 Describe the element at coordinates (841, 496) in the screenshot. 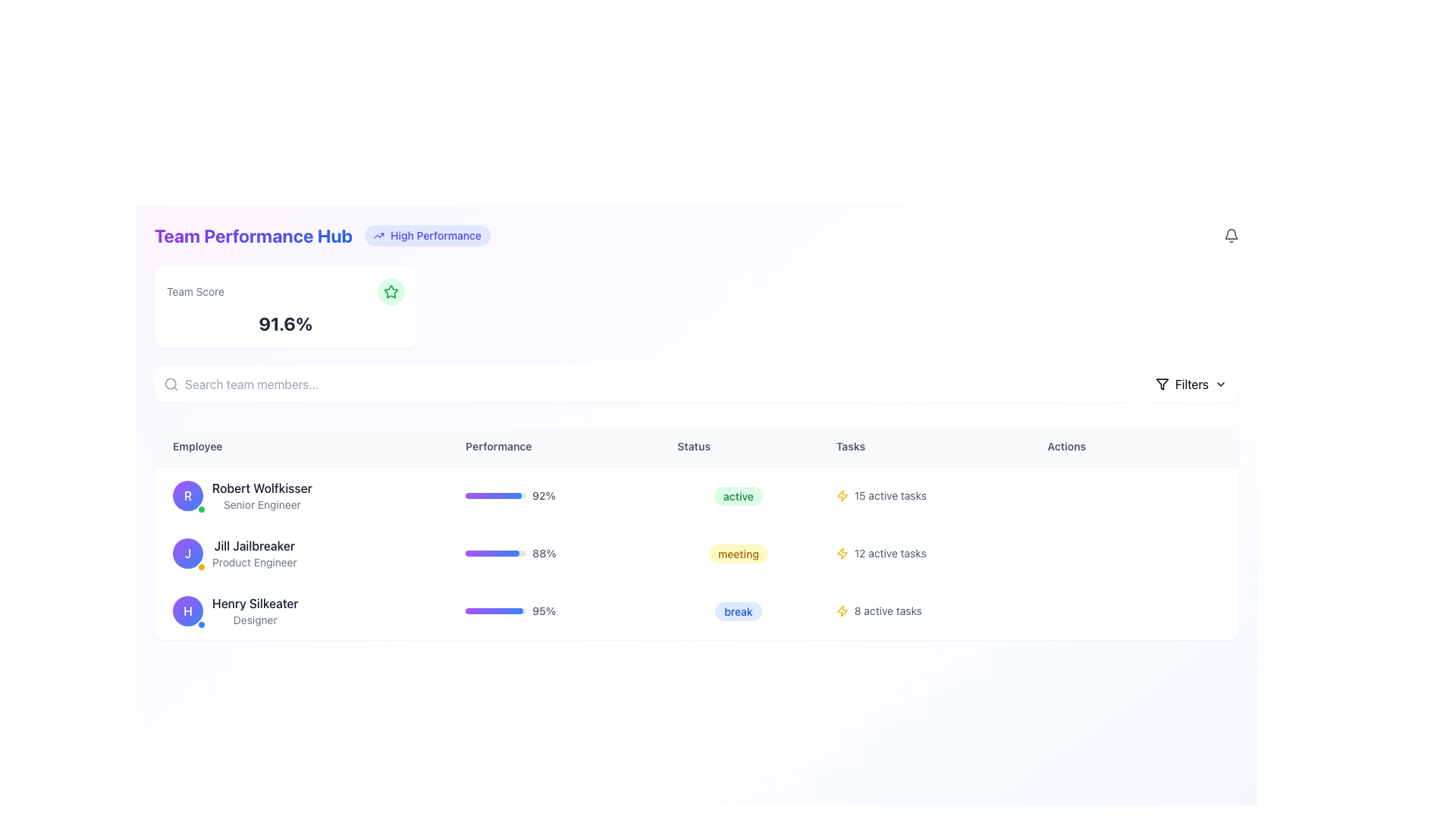

I see `the yellow lightning bolt icon indicating '15 active tasks' in the Tasks column of the table` at that location.